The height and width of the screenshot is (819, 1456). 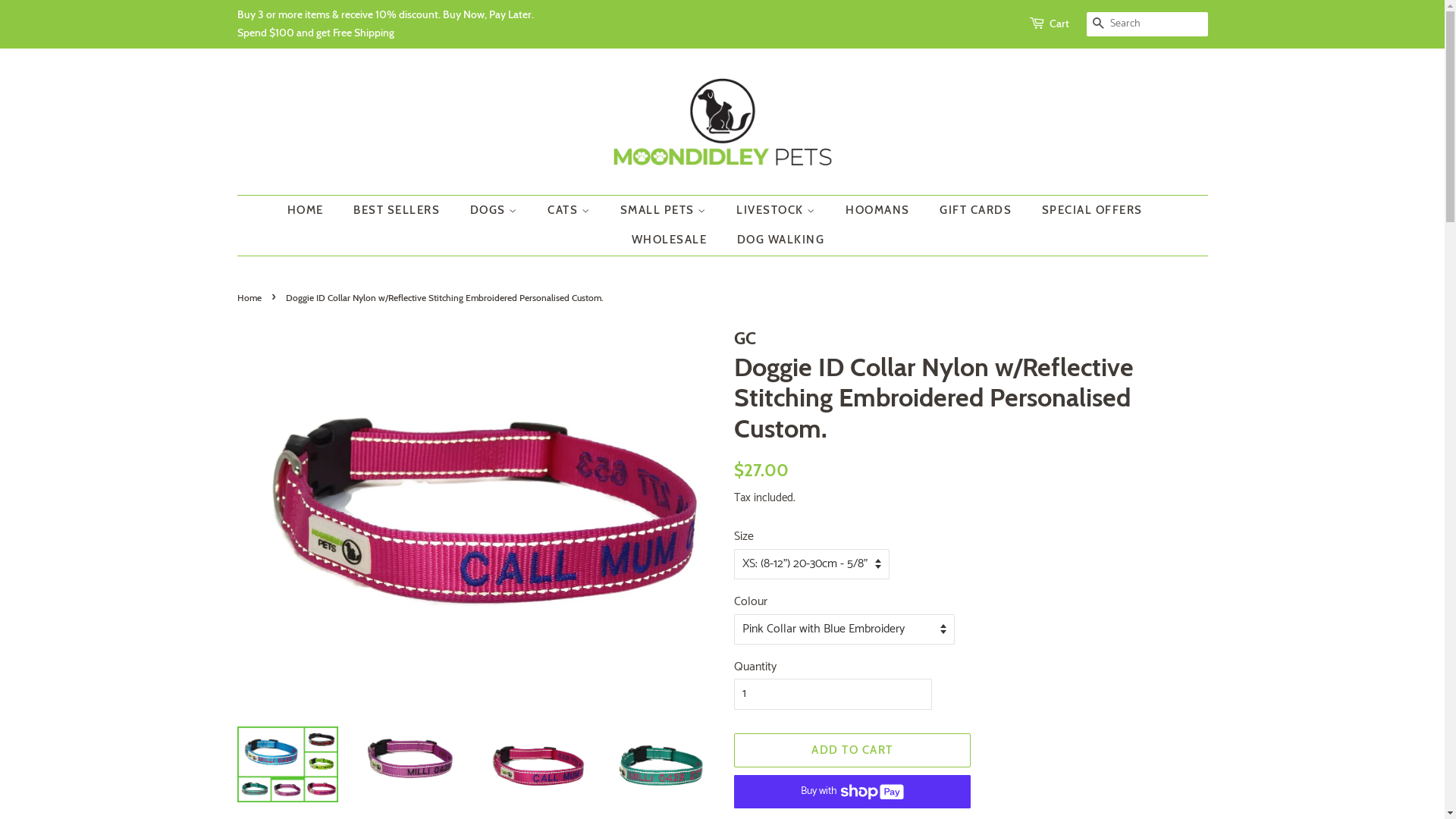 I want to click on 'DOGS', so click(x=494, y=210).